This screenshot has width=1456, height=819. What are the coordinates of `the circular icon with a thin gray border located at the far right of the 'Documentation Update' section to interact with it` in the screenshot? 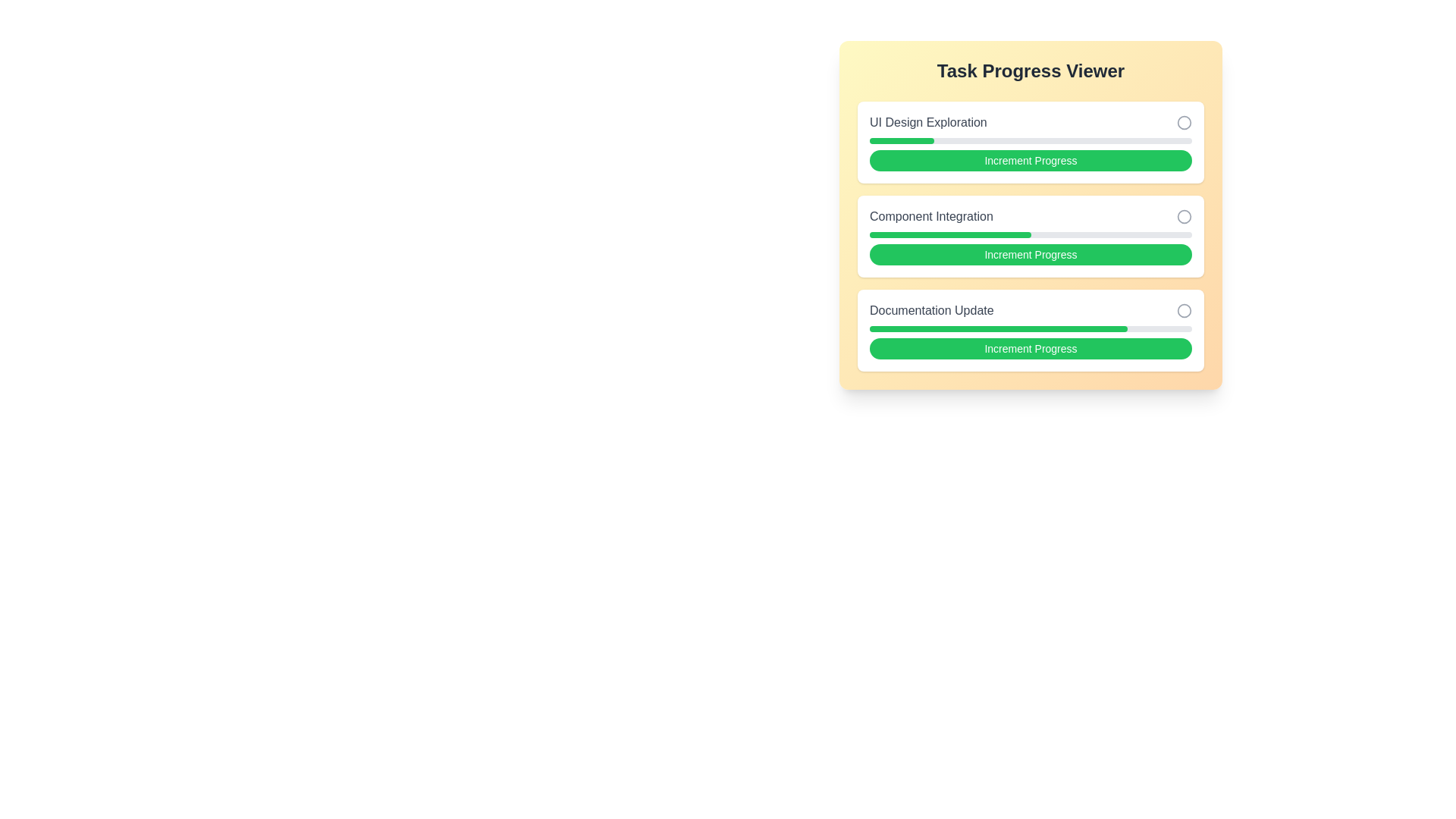 It's located at (1183, 309).